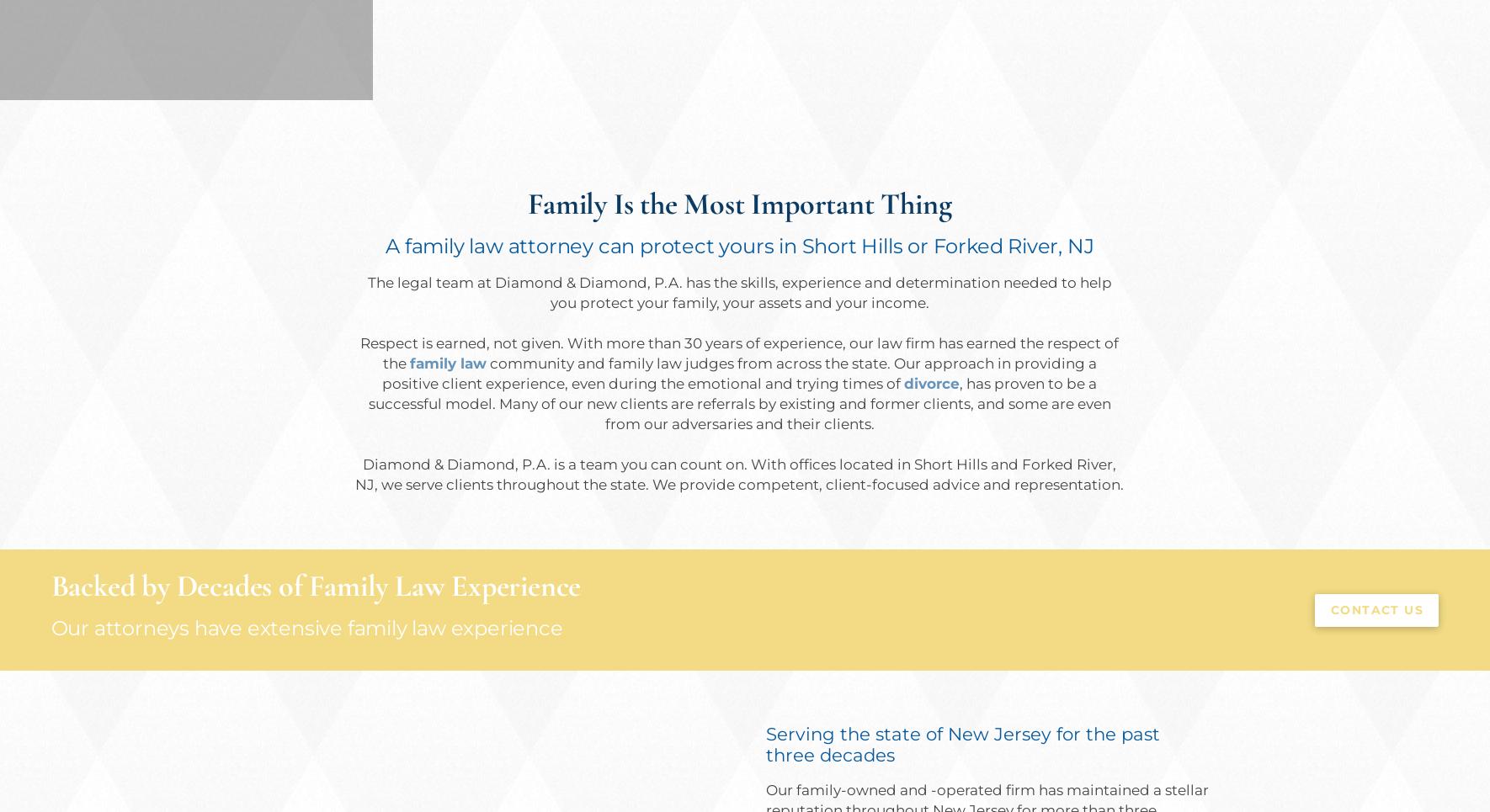 The height and width of the screenshot is (812, 1490). Describe the element at coordinates (738, 373) in the screenshot. I see `'community and family law judges from across the state. Our approach in providing a positive client experience, even during the emotional and trying times of'` at that location.